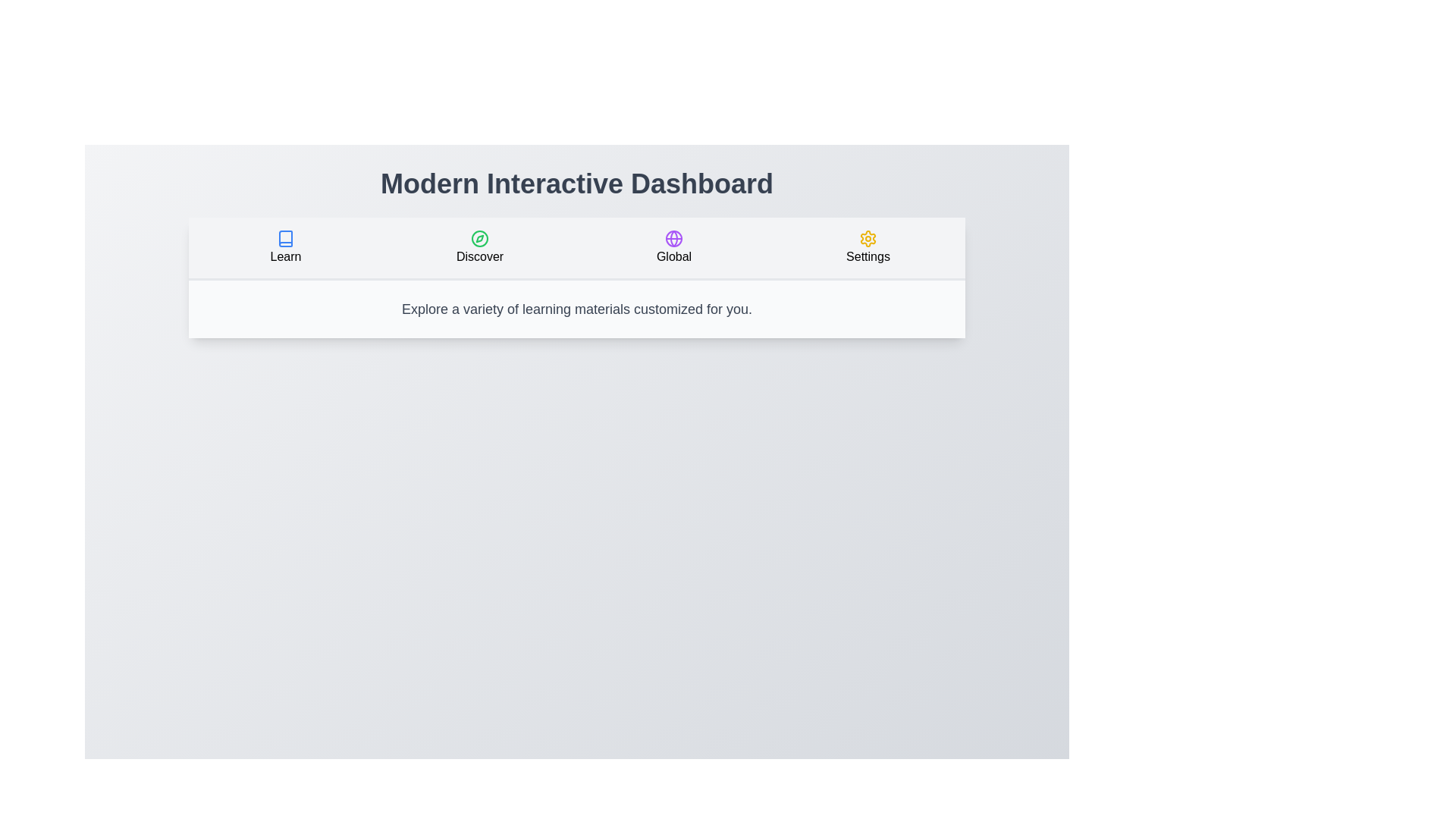  Describe the element at coordinates (868, 239) in the screenshot. I see `the yellow gear-like icon in the 'Settings' section of the horizontal menu bar` at that location.